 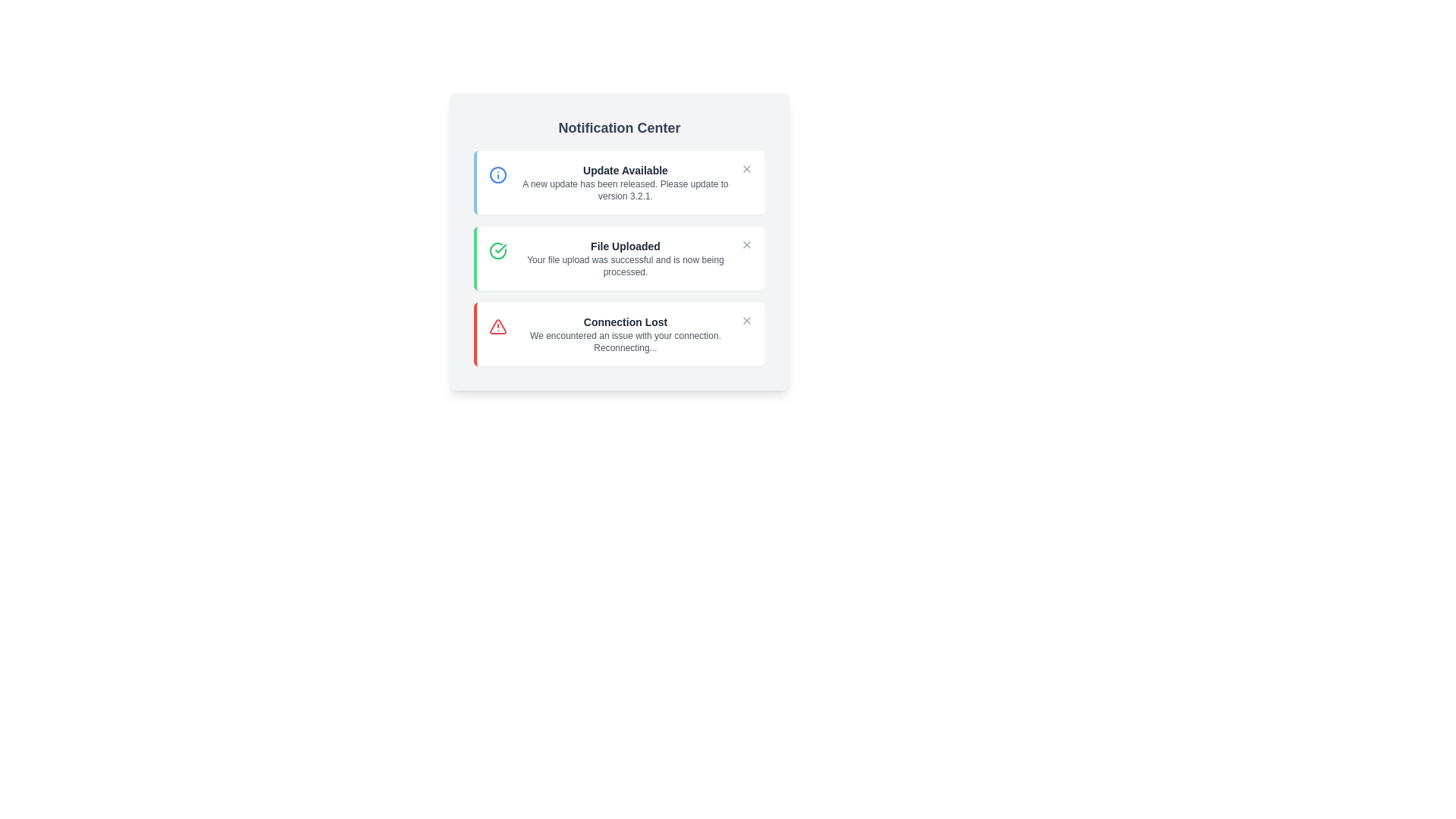 I want to click on the close button in the top-right corner of the 'File Uploaded' notification, so click(x=746, y=244).